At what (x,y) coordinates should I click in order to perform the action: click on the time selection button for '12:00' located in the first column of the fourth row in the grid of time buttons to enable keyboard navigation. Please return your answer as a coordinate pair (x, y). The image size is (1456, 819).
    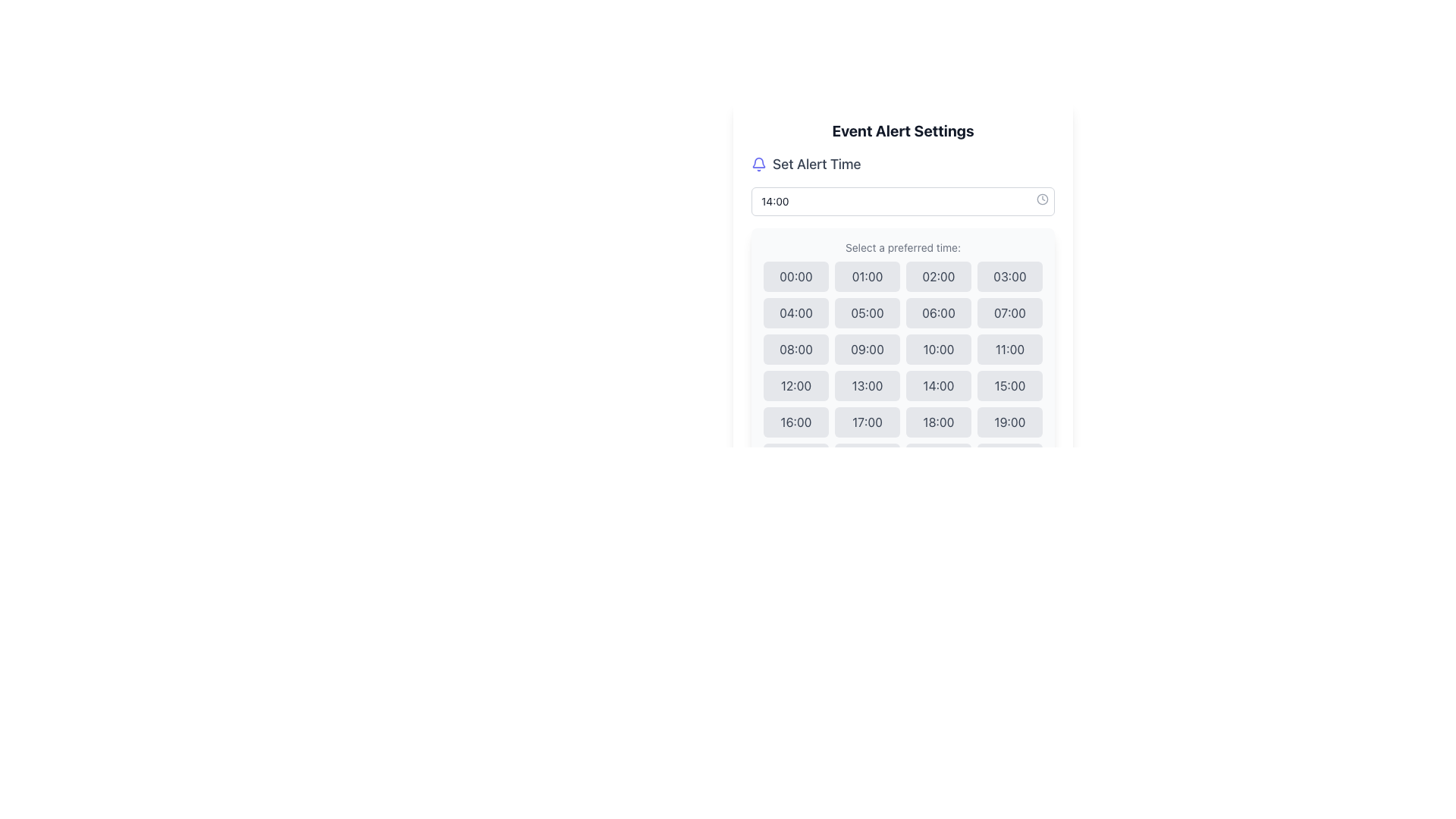
    Looking at the image, I should click on (795, 385).